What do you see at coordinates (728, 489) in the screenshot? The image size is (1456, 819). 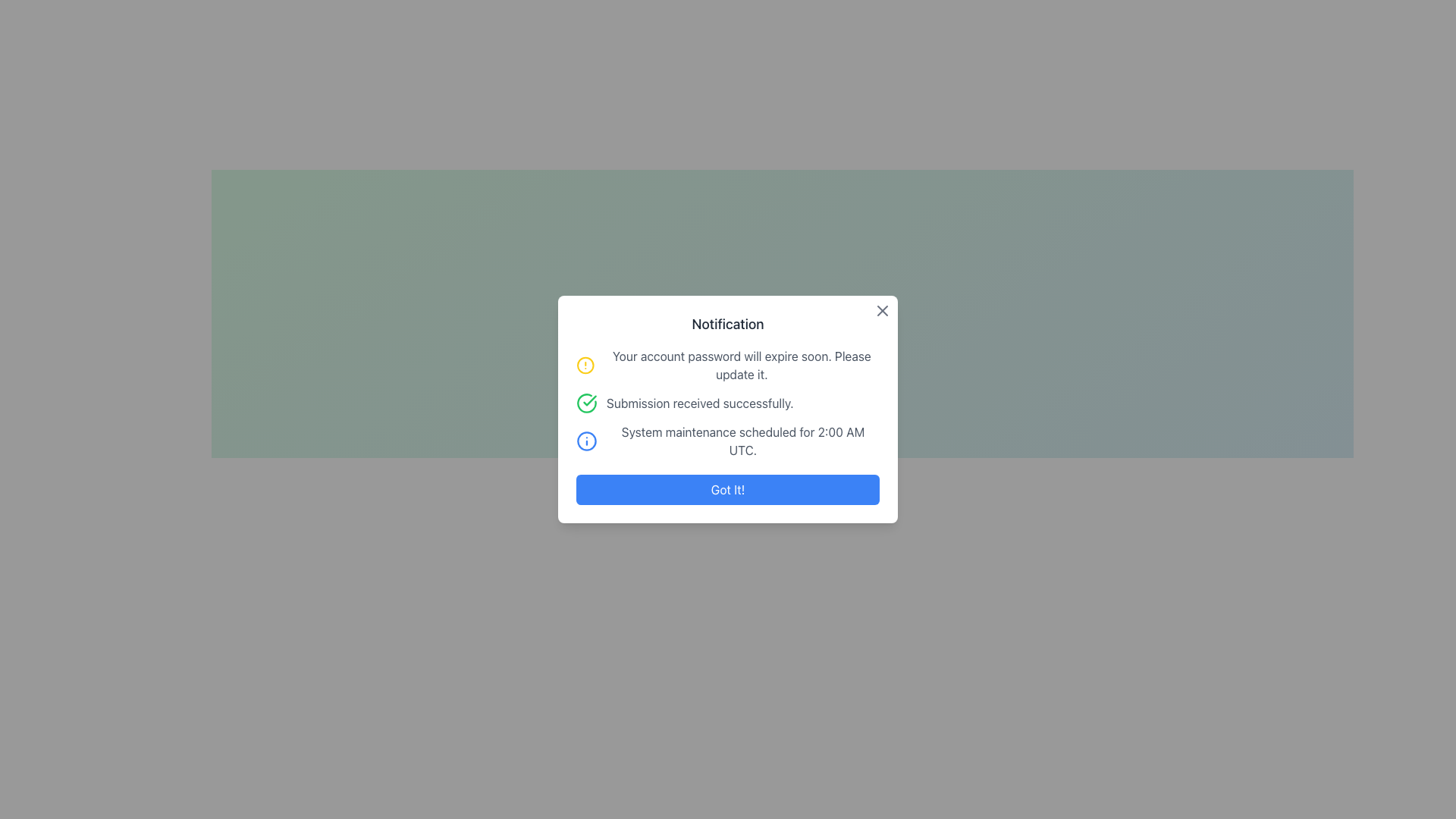 I see `the acknowledgement button located at the bottom of the modal dialog box to acknowledge the message` at bounding box center [728, 489].